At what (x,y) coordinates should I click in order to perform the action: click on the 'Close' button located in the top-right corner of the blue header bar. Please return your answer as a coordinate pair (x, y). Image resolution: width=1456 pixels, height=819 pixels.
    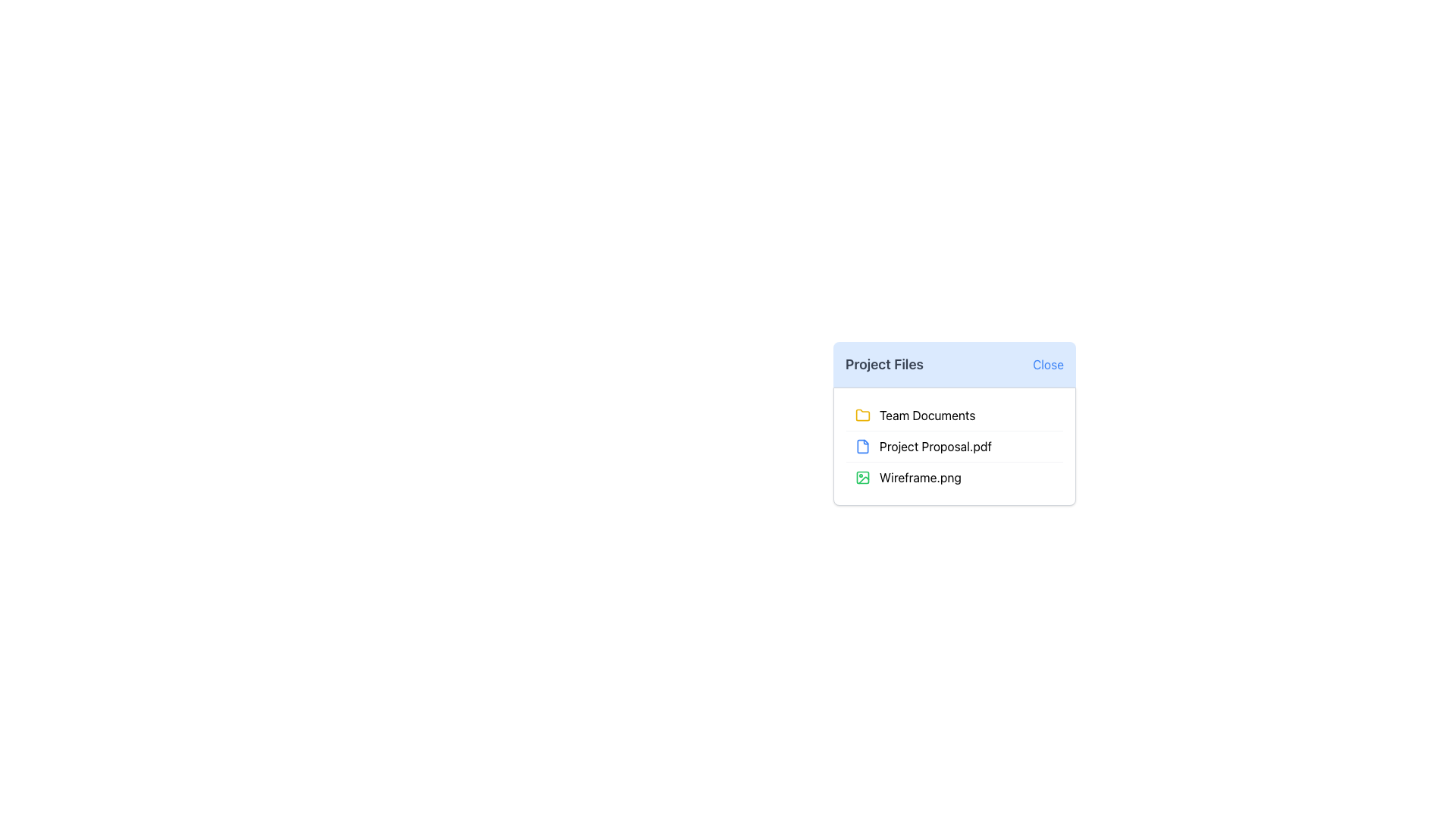
    Looking at the image, I should click on (1047, 365).